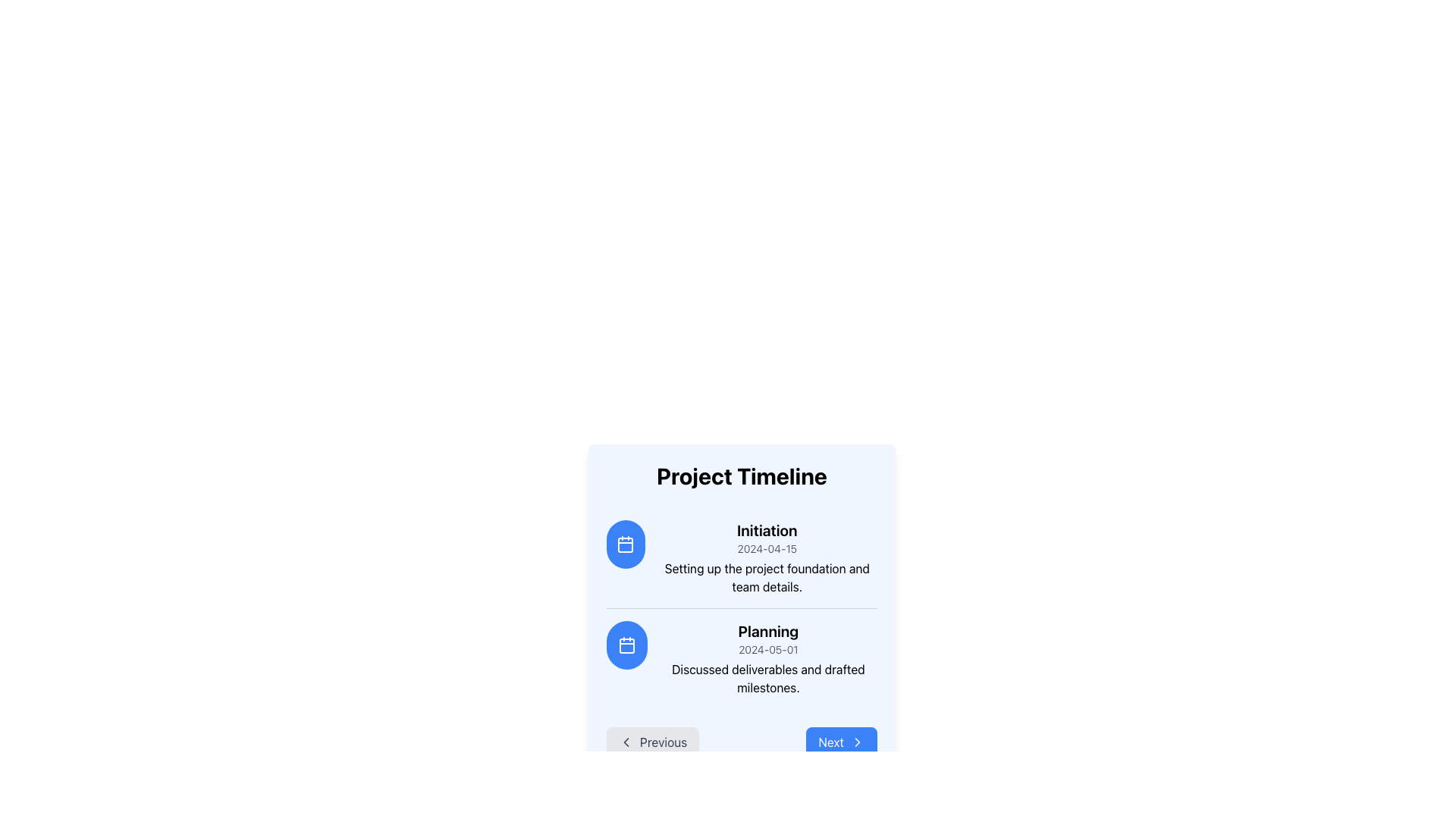  Describe the element at coordinates (841, 742) in the screenshot. I see `the rightmost button in the 'Project Timeline' section` at that location.